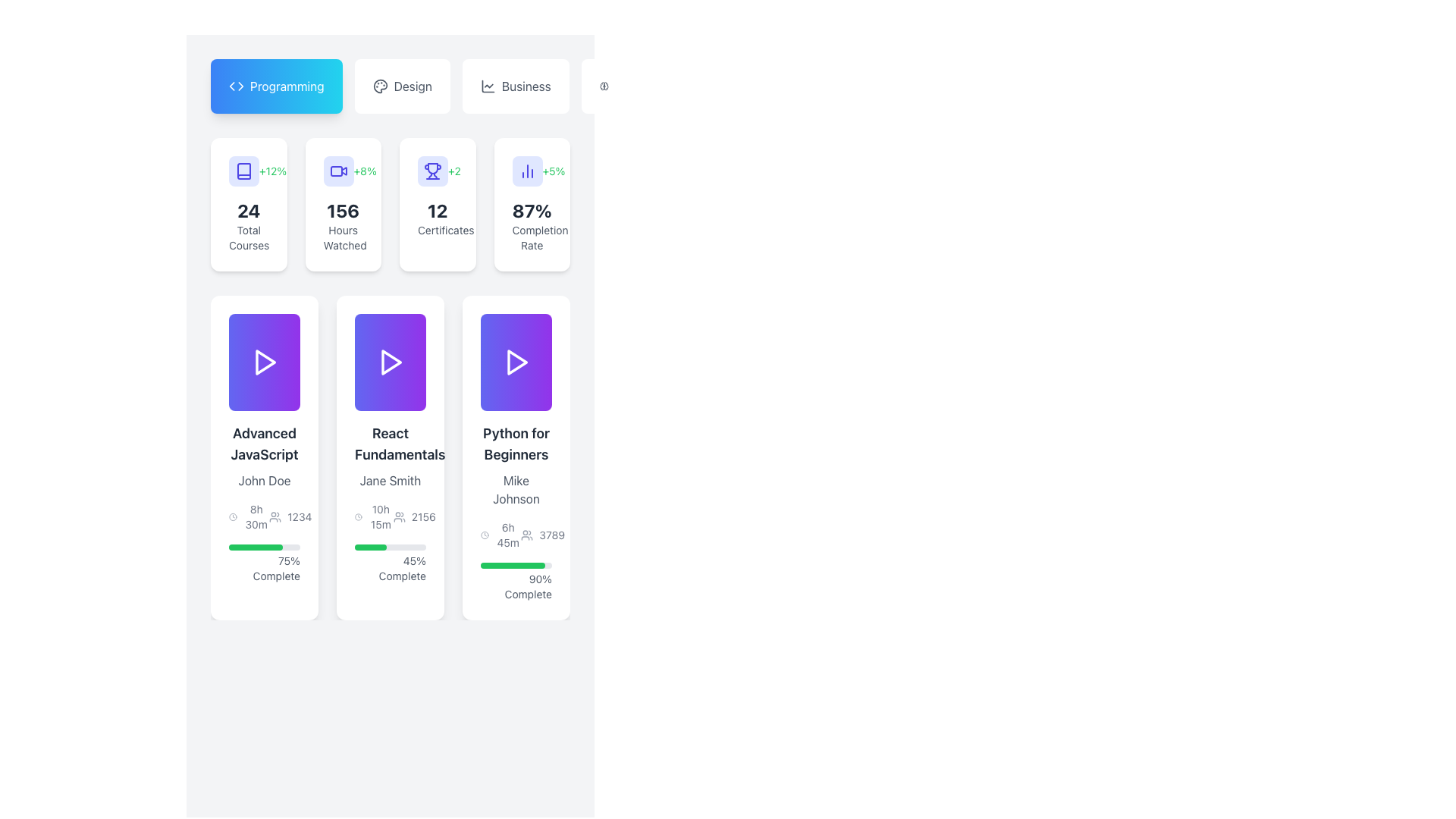  Describe the element at coordinates (413, 86) in the screenshot. I see `the text label displaying 'Design' in dark gray, located in the middle button of a navigation bar` at that location.